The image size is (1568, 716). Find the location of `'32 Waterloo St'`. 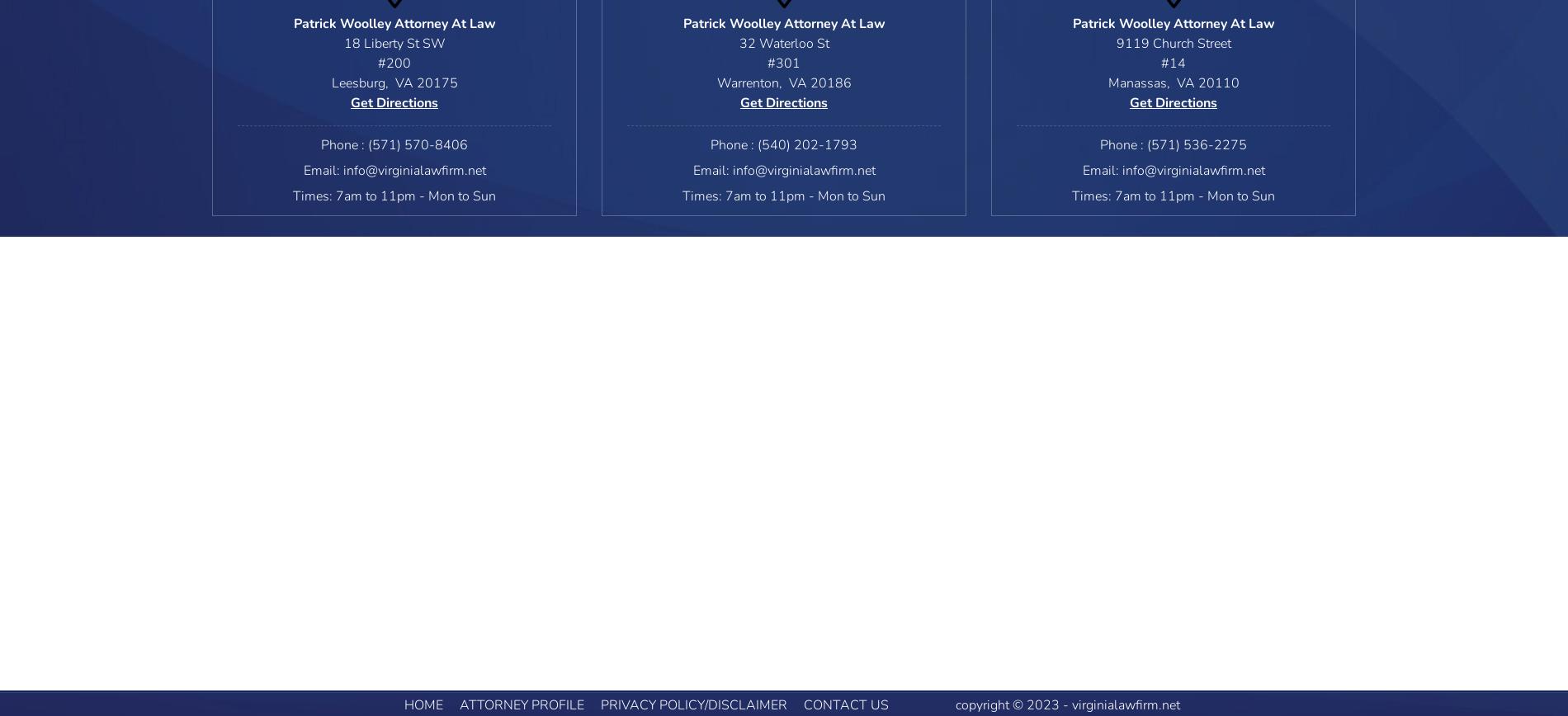

'32 Waterloo St' is located at coordinates (782, 44).